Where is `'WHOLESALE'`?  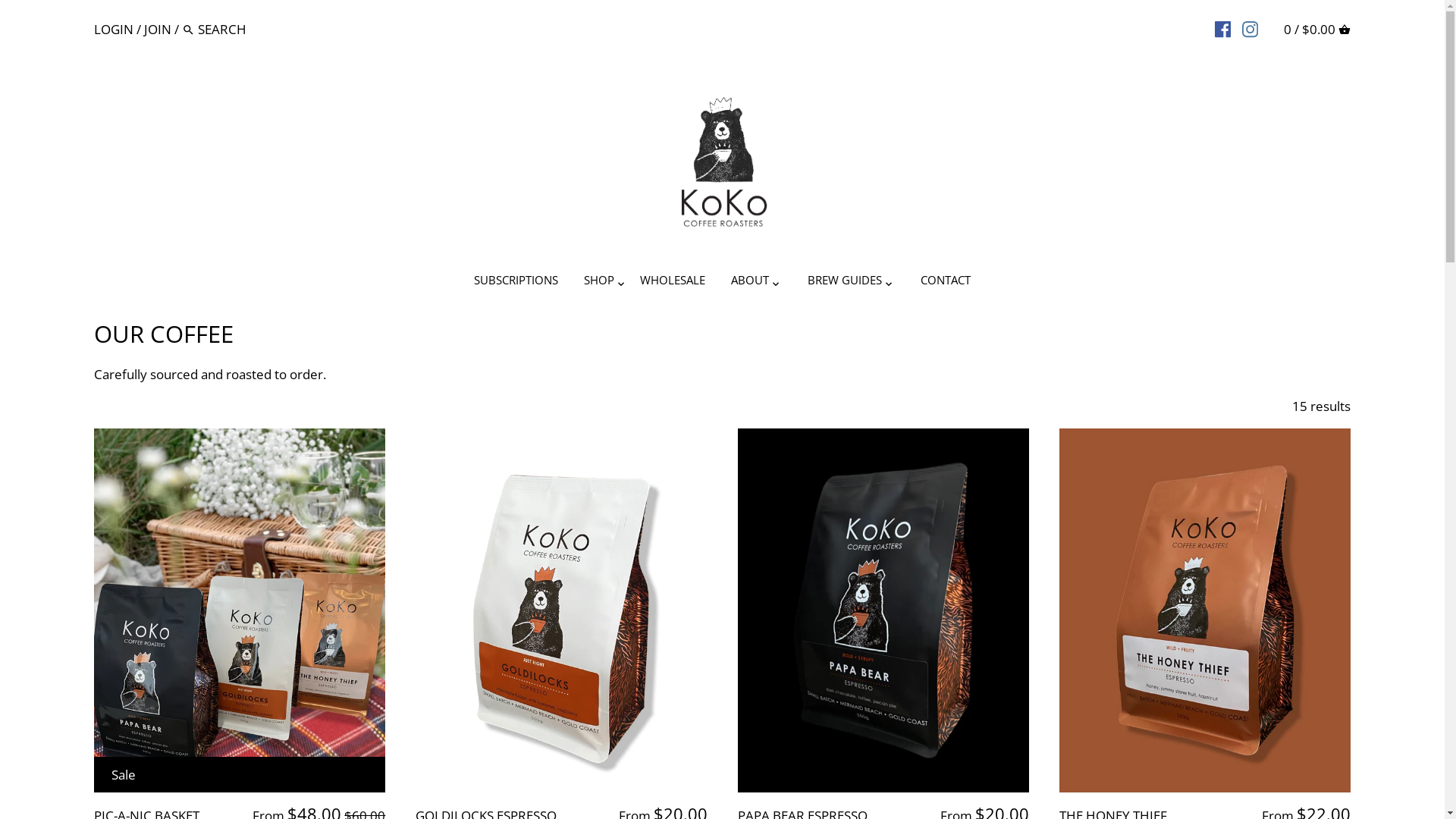 'WHOLESALE' is located at coordinates (672, 283).